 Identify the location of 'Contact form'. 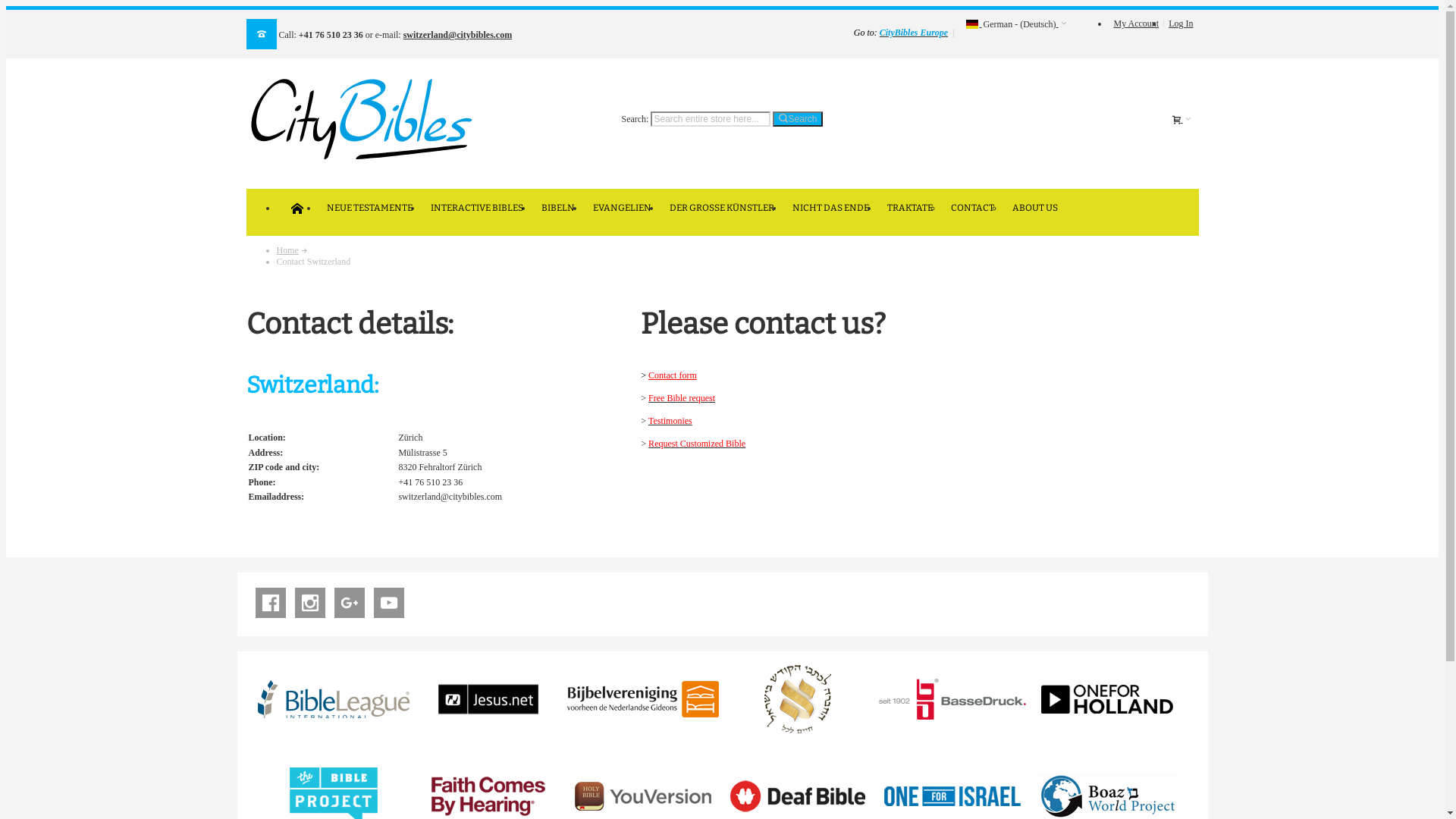
(648, 380).